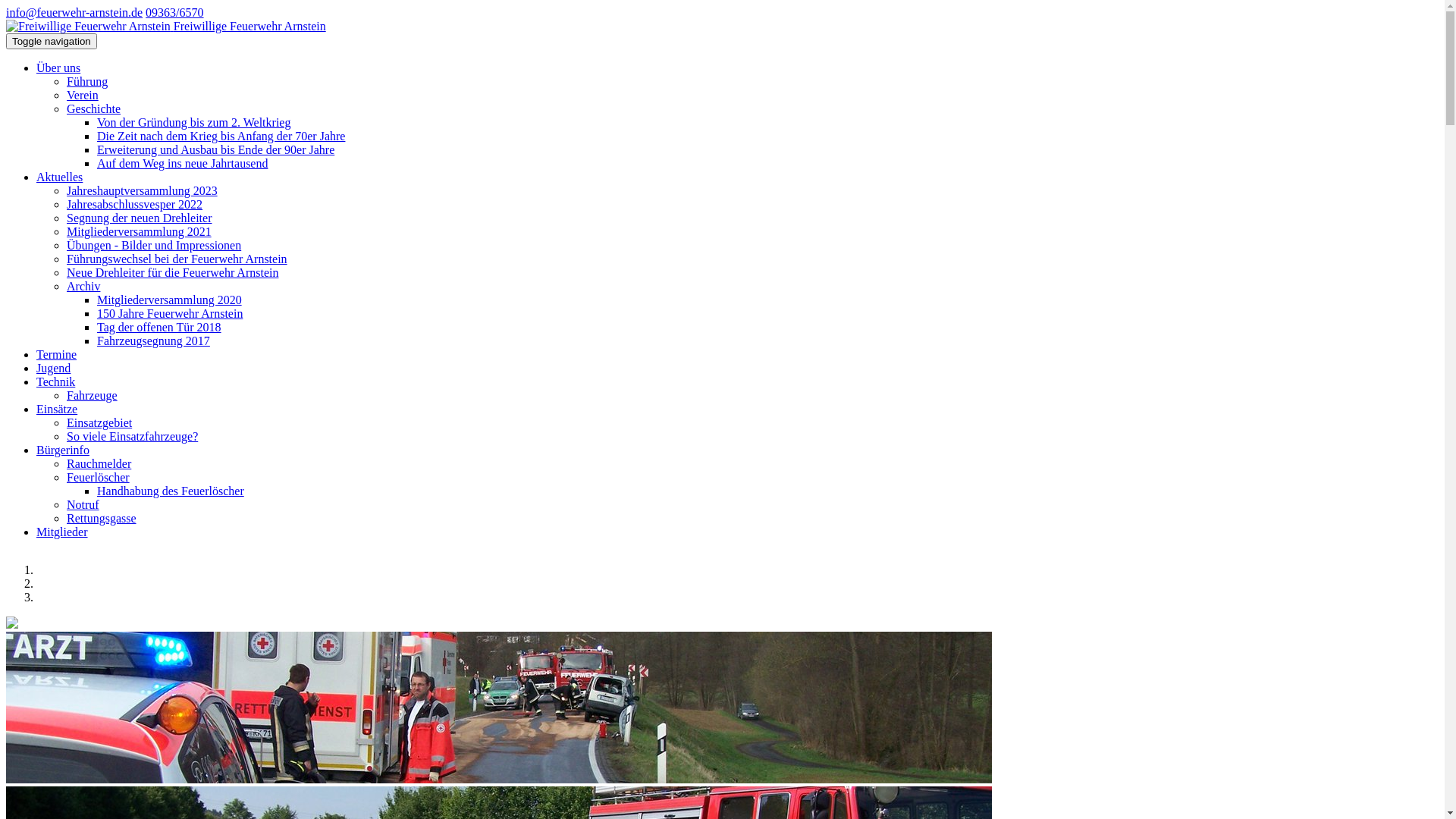  What do you see at coordinates (170, 312) in the screenshot?
I see `'150 Jahre Feuerwehr Arnstein'` at bounding box center [170, 312].